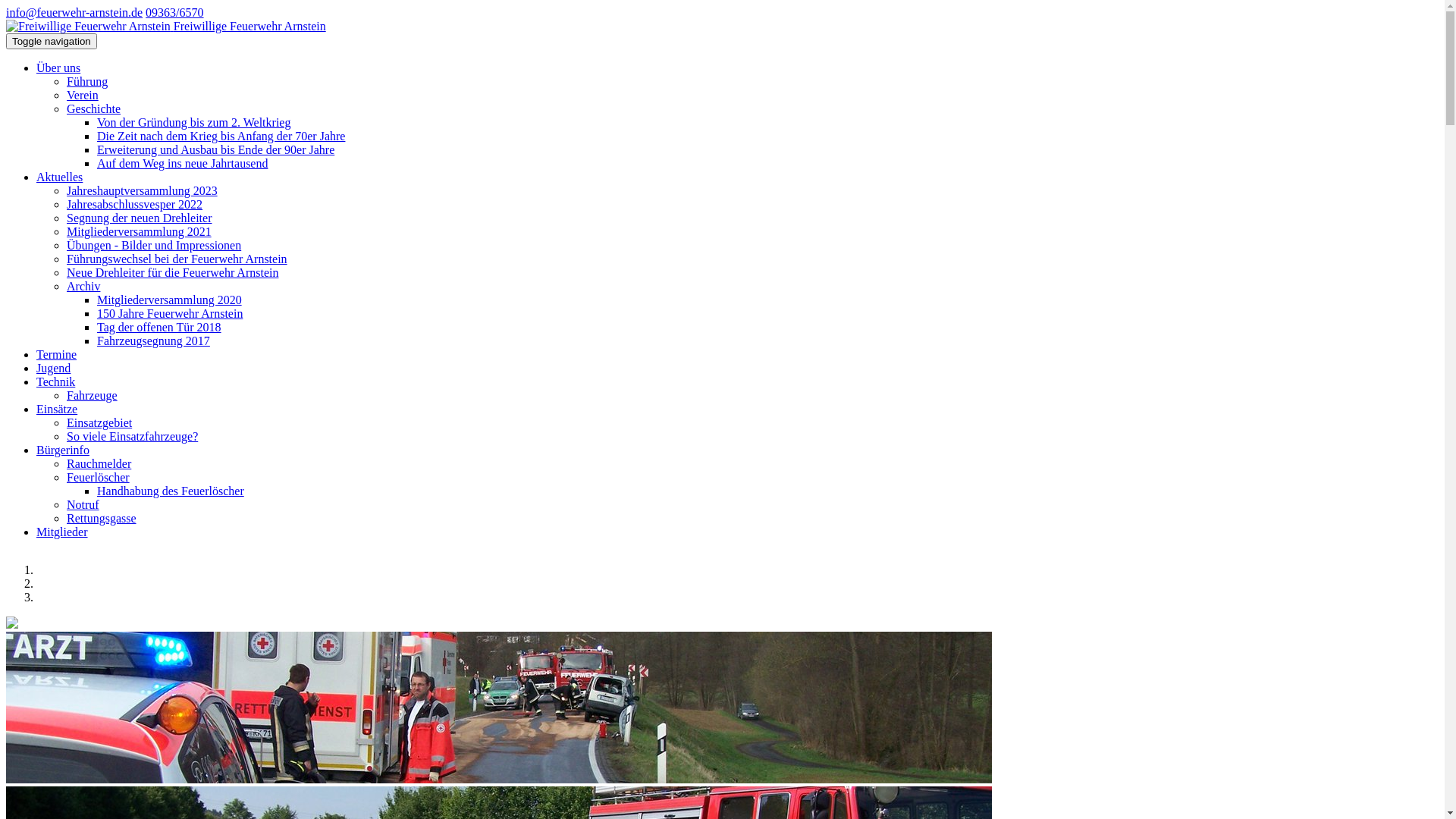  What do you see at coordinates (170, 312) in the screenshot?
I see `'150 Jahre Feuerwehr Arnstein'` at bounding box center [170, 312].